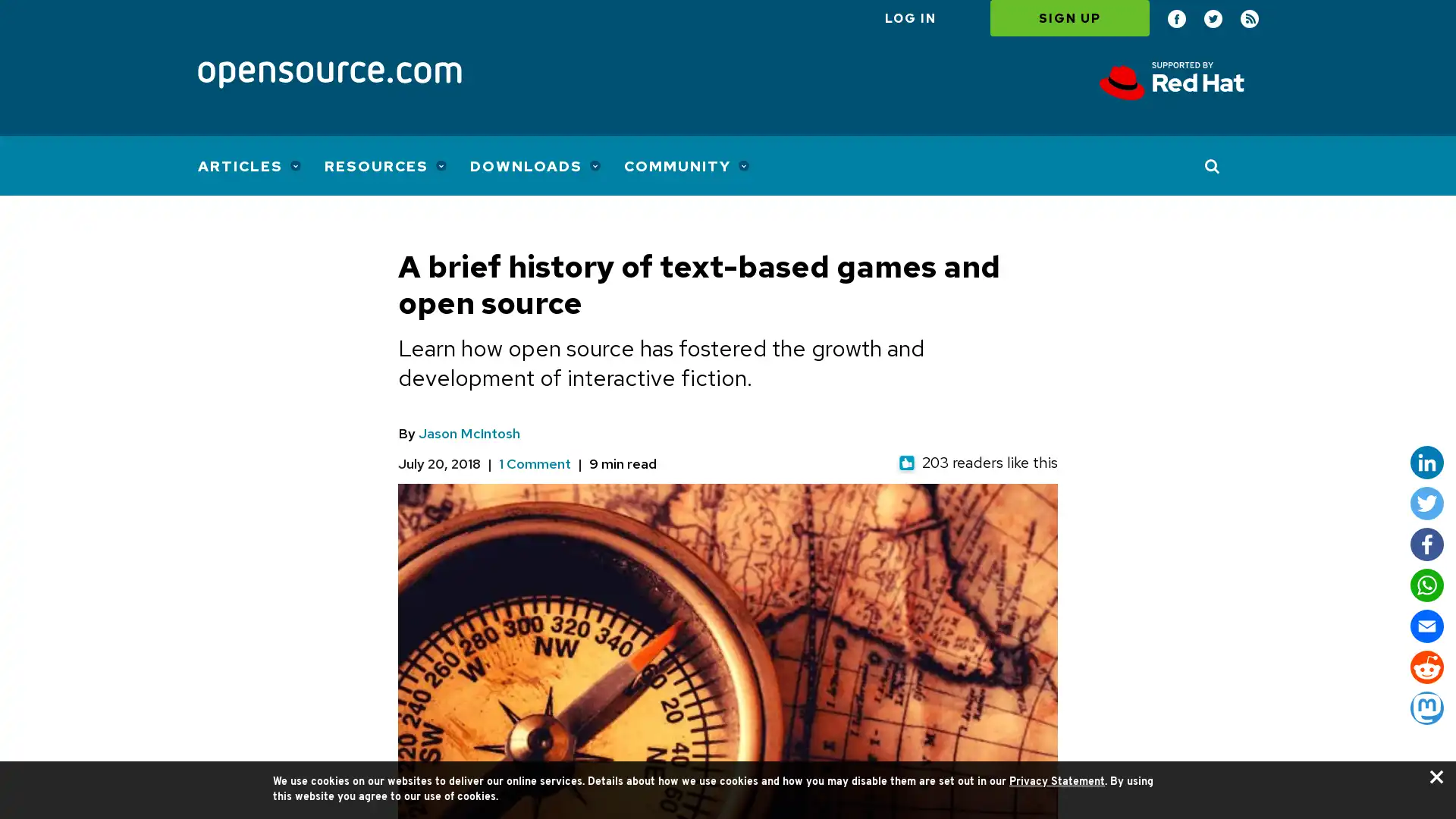  Describe the element at coordinates (1212, 165) in the screenshot. I see `Toggle Search` at that location.